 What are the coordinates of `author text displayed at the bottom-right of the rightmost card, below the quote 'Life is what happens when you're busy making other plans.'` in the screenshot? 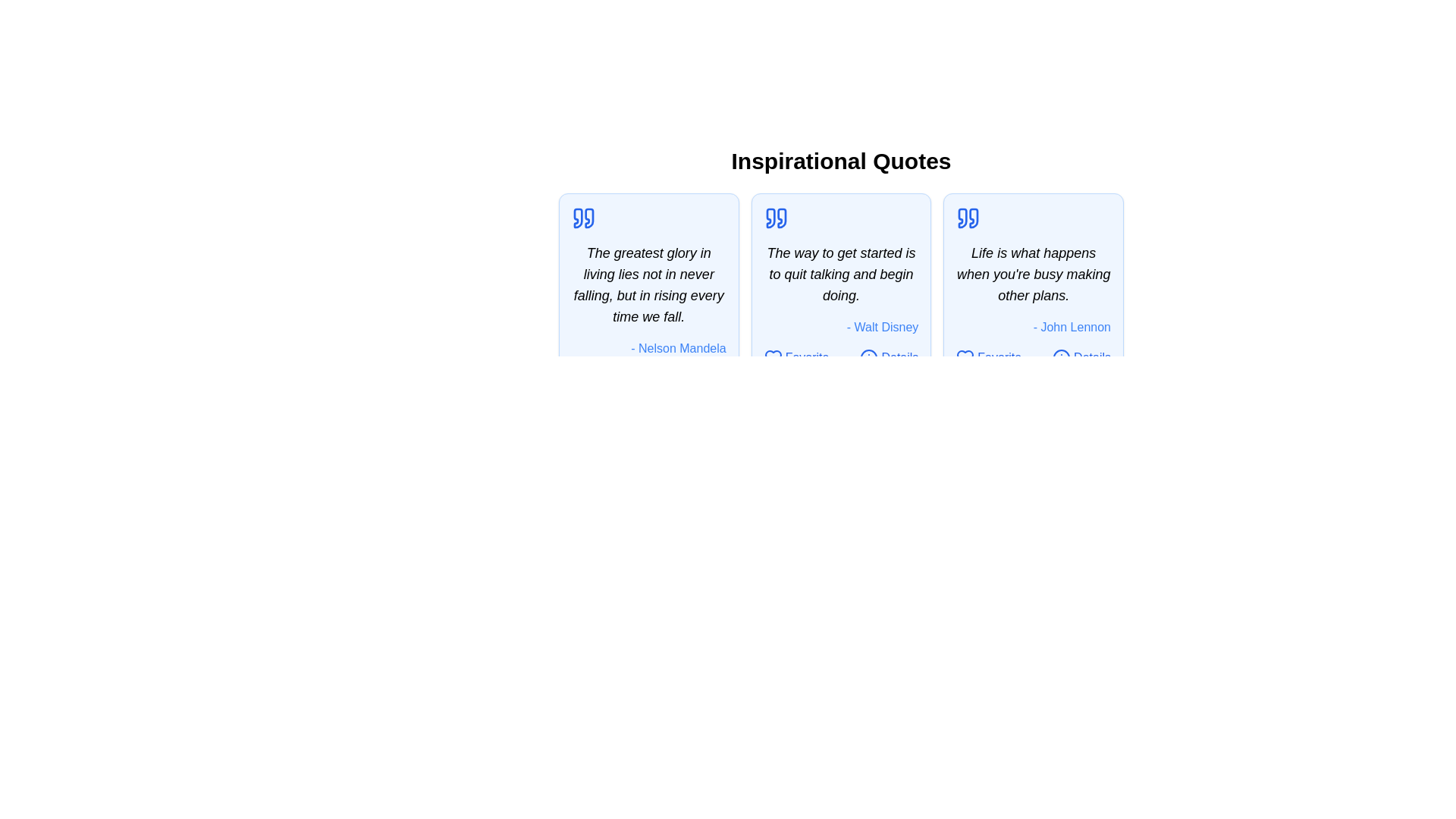 It's located at (1033, 327).